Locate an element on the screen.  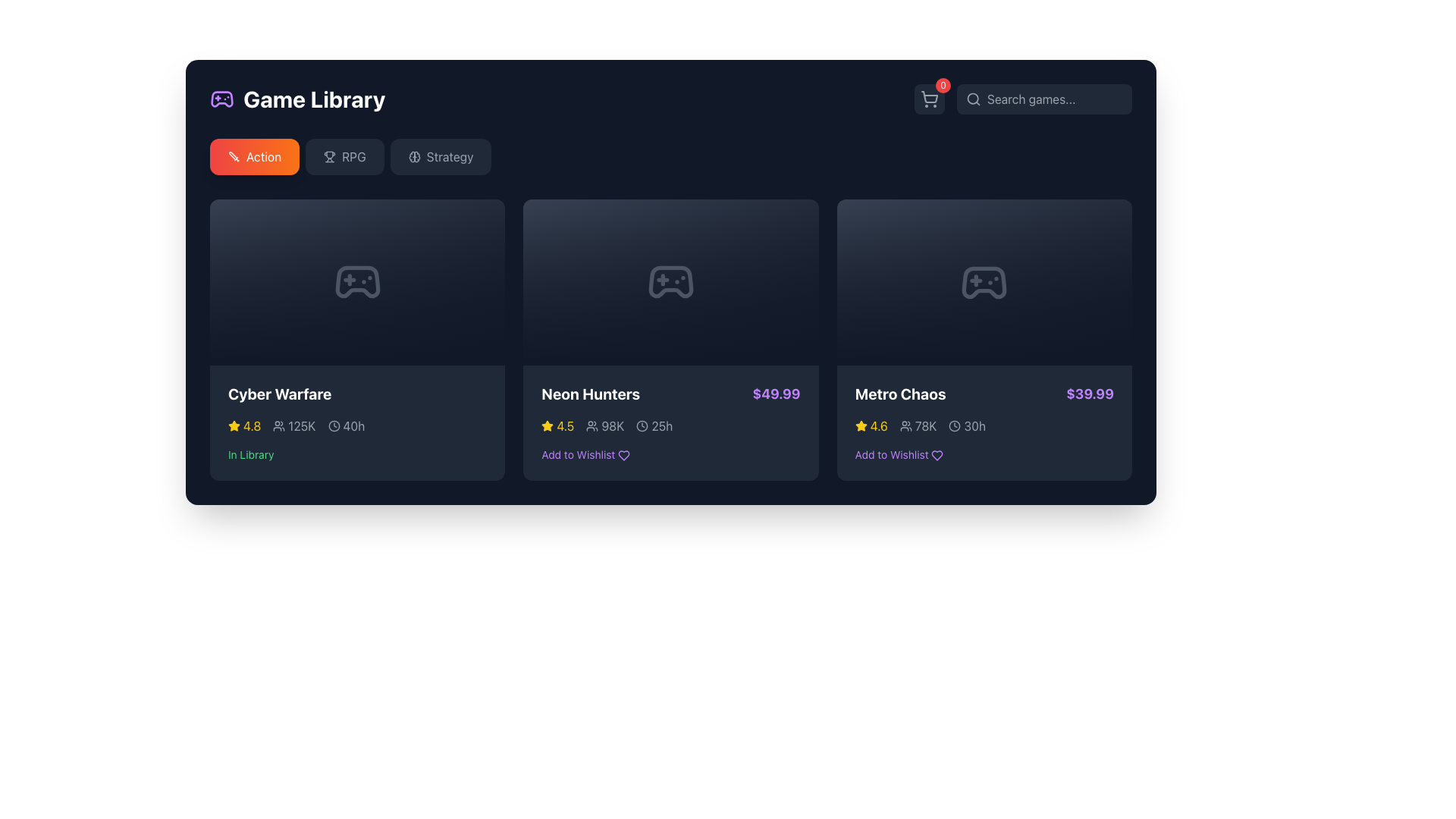
the rectangular button with rounded corners labeled 'Action' that is located beneath the title 'Game Library' is located at coordinates (255, 157).